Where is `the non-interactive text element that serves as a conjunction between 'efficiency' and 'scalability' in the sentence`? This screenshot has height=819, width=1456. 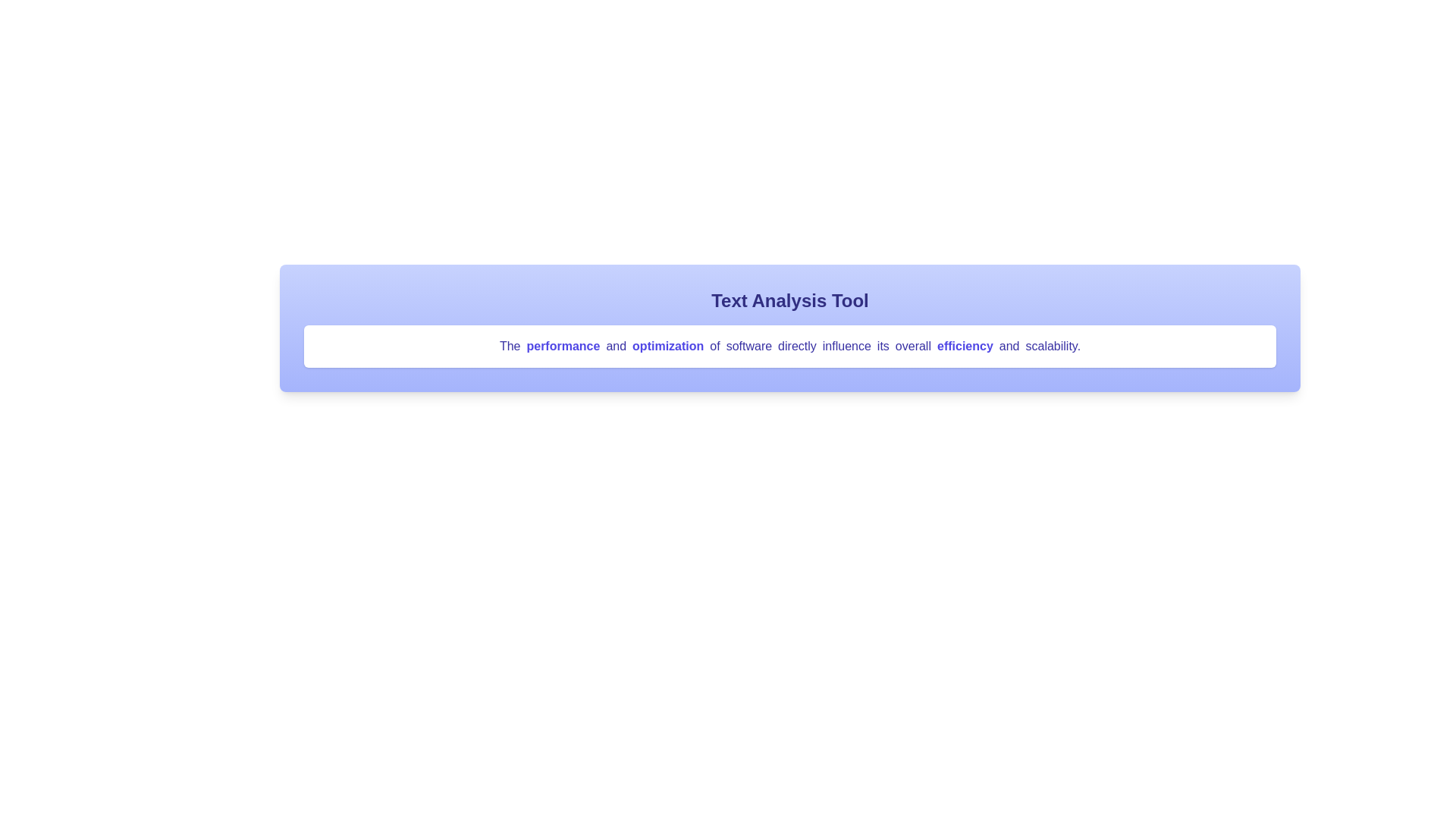
the non-interactive text element that serves as a conjunction between 'efficiency' and 'scalability' in the sentence is located at coordinates (1009, 346).